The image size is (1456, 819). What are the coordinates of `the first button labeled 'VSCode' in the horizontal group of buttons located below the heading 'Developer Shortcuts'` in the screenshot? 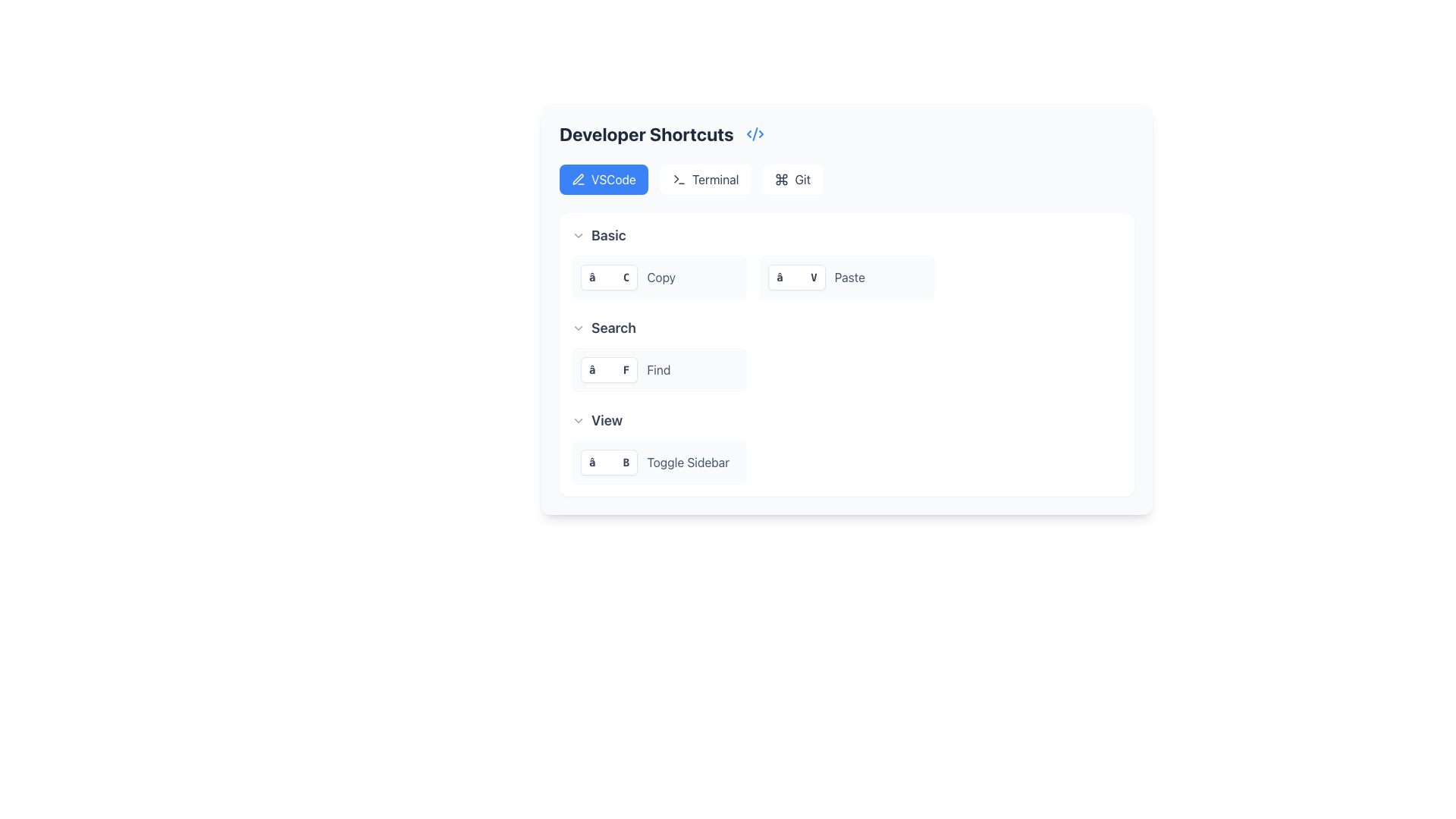 It's located at (603, 178).